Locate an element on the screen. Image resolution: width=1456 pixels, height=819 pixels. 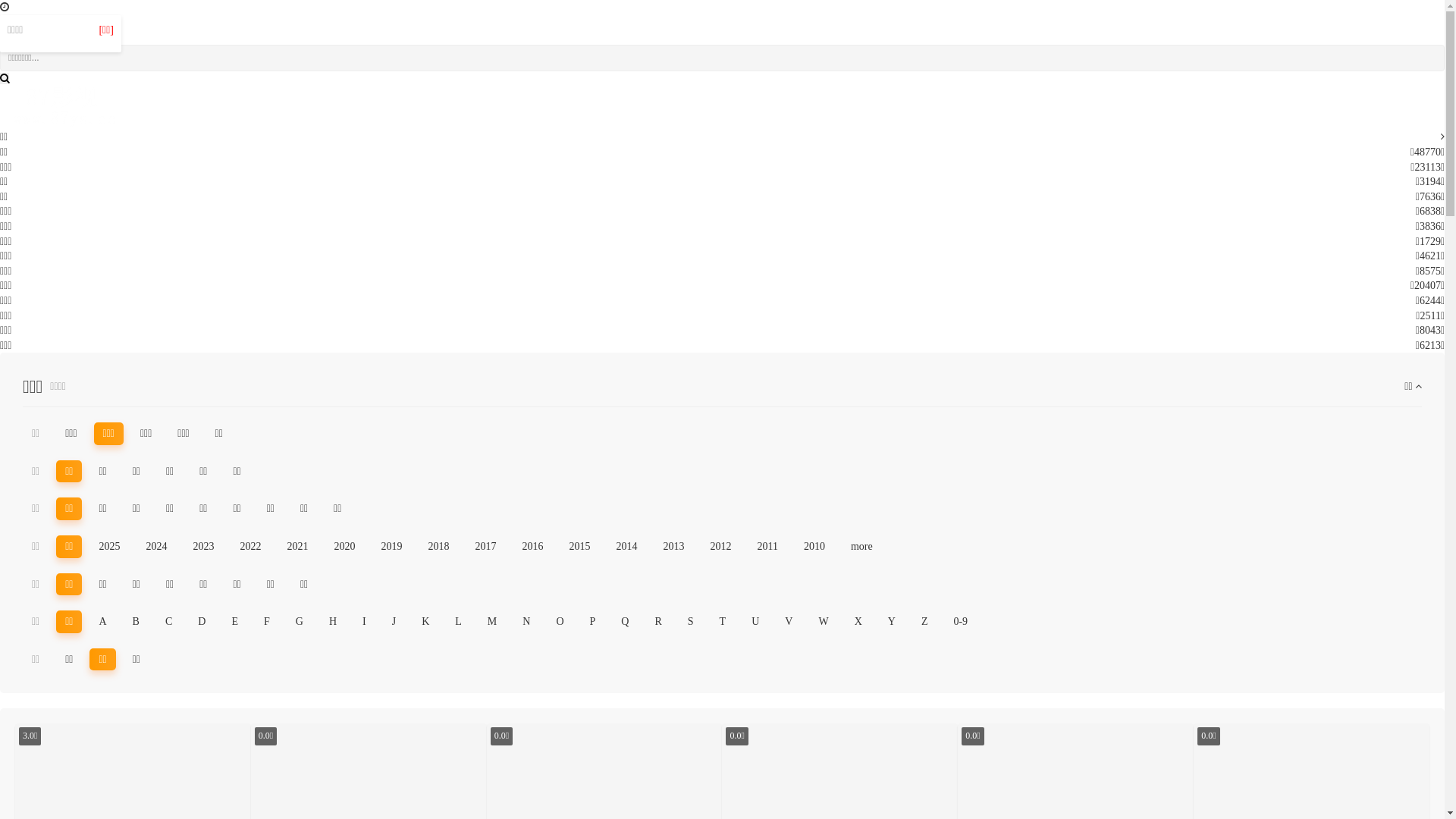
'B' is located at coordinates (136, 622).